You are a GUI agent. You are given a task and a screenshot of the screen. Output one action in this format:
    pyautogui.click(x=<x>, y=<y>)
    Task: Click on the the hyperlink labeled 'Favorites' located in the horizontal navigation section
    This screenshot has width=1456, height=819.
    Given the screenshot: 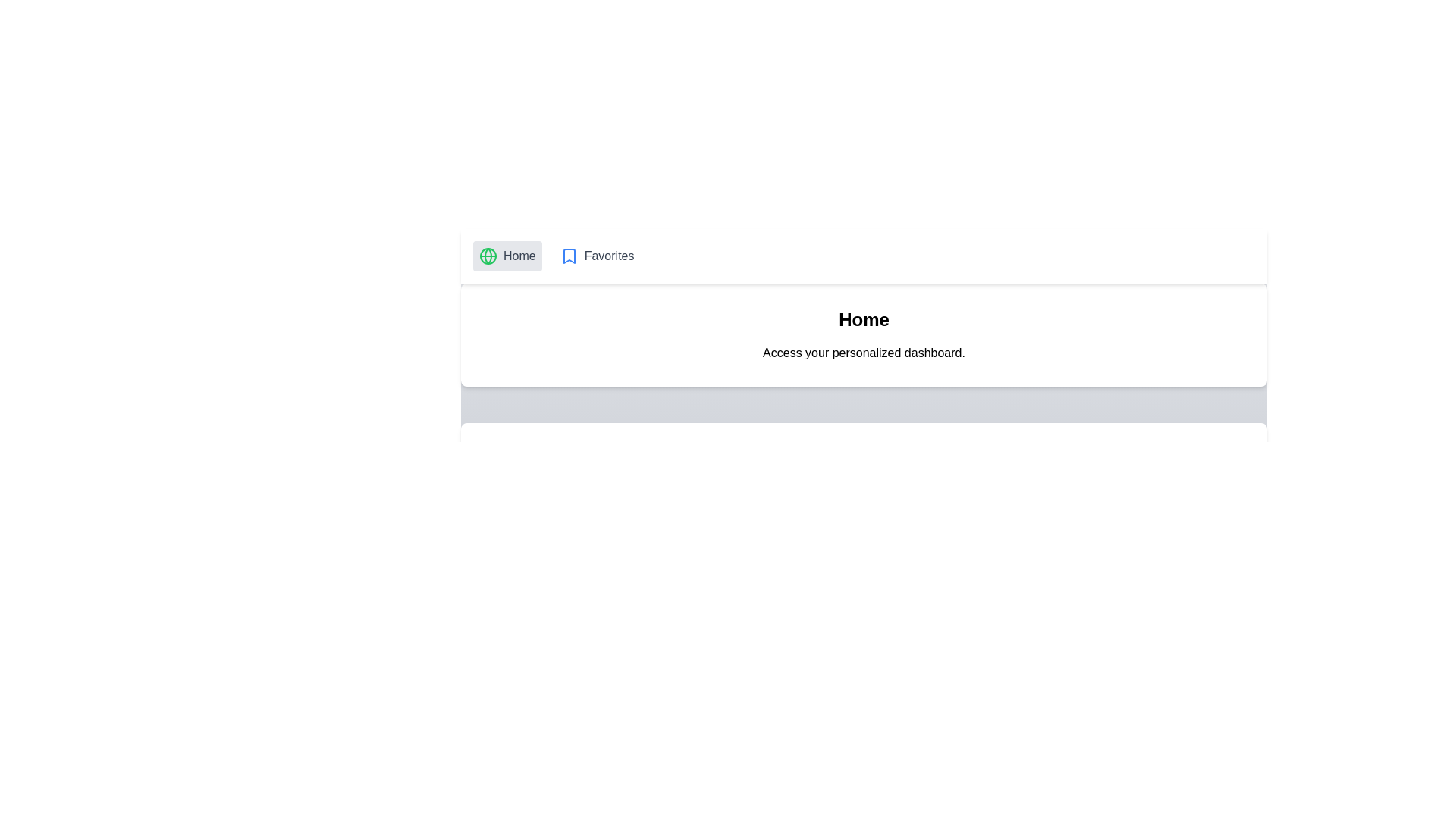 What is the action you would take?
    pyautogui.click(x=609, y=256)
    